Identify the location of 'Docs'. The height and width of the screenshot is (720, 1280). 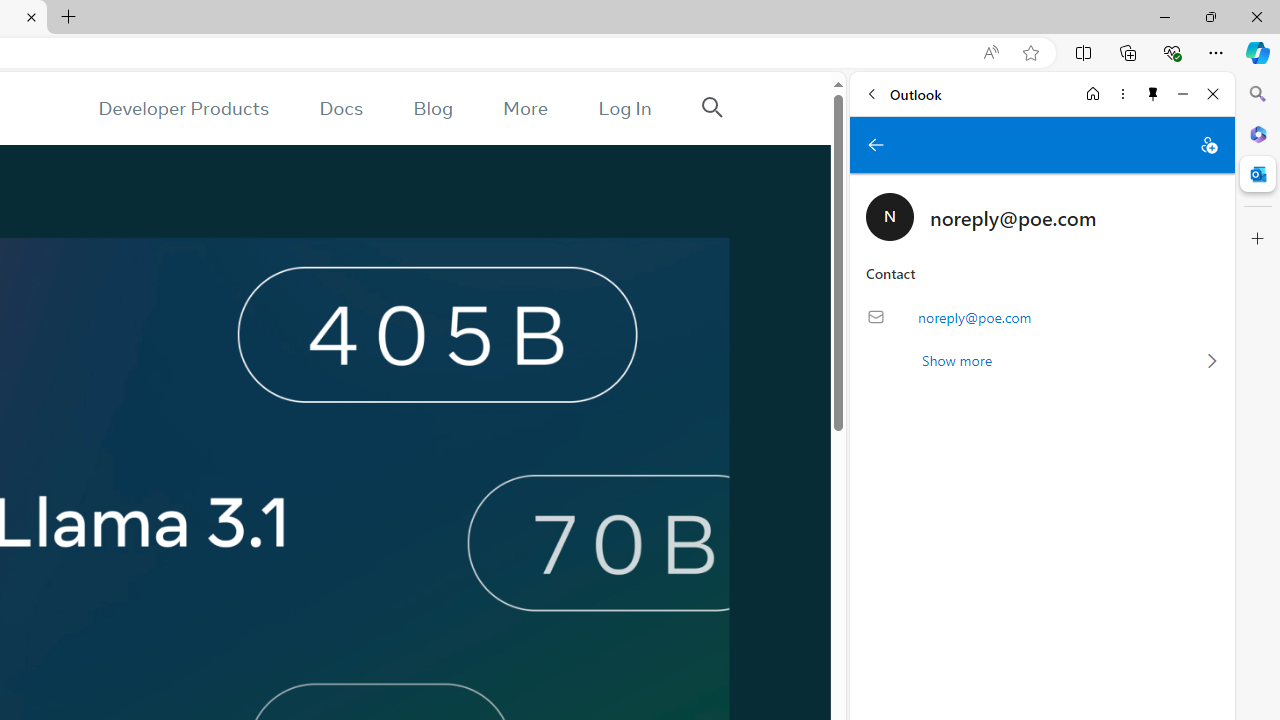
(341, 108).